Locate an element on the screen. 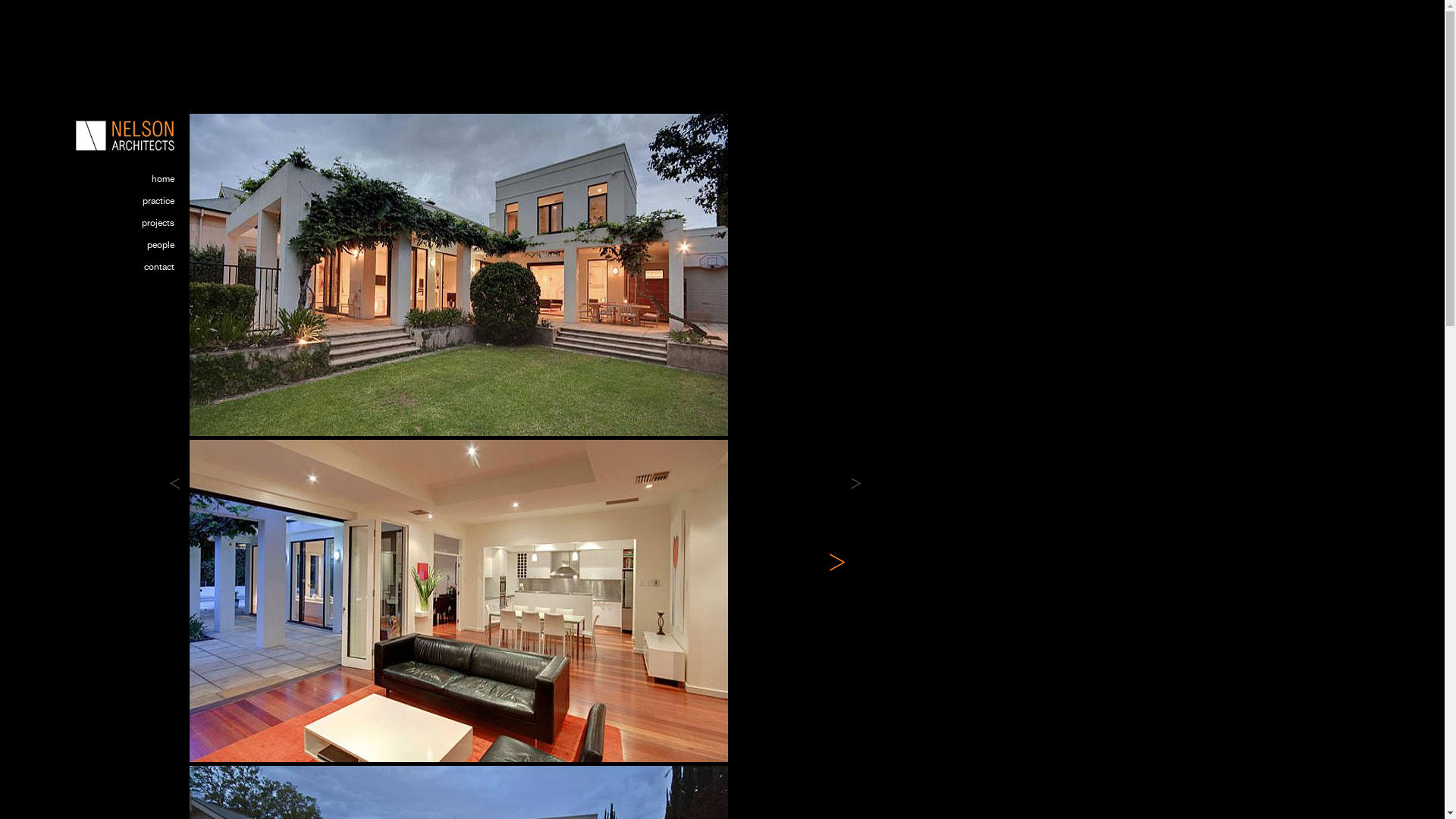 Image resolution: width=1456 pixels, height=819 pixels. 'Previous' is located at coordinates (168, 483).